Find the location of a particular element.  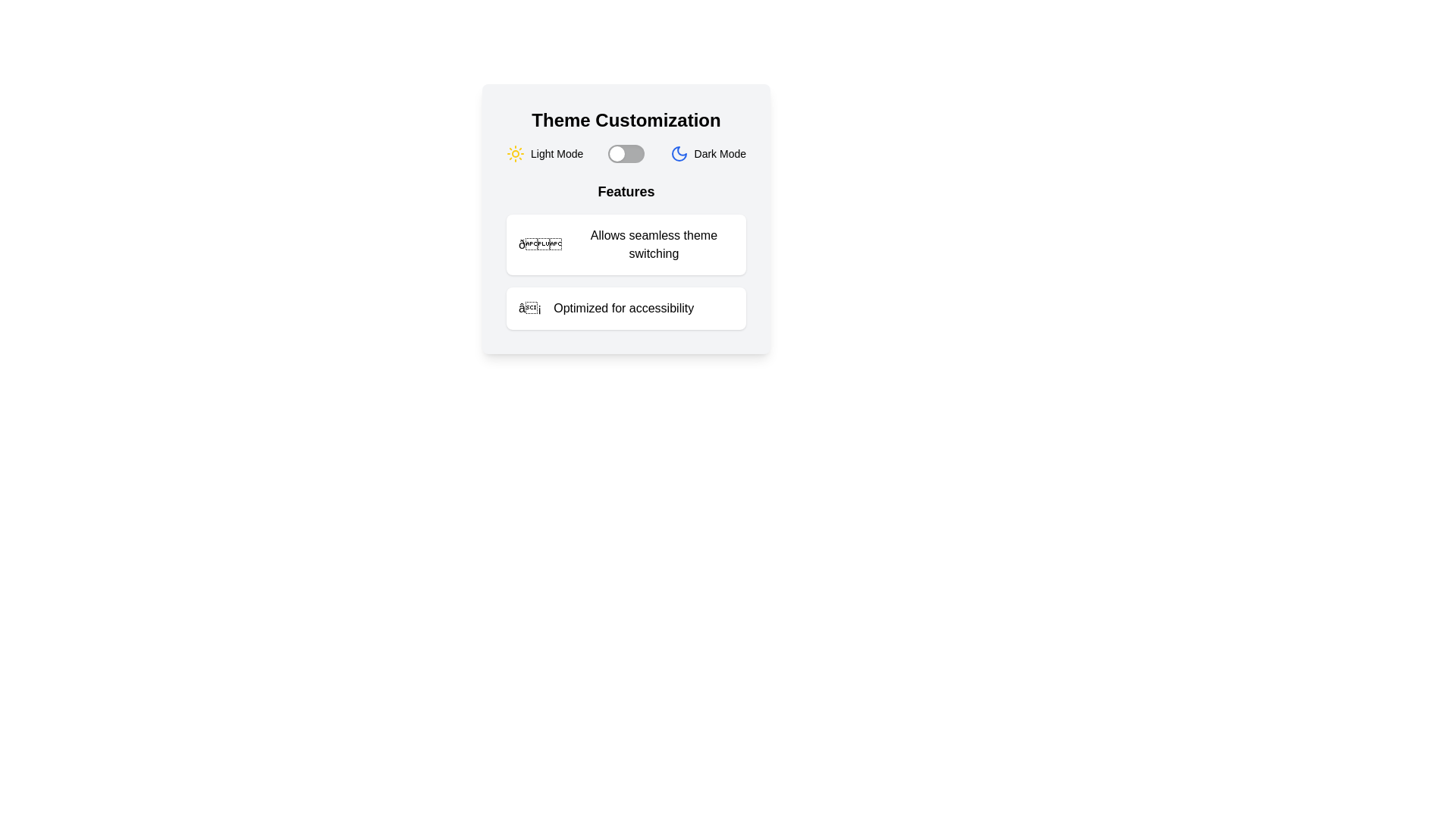

the Light Mode icon located in the upper-left corner of the 'Theme Customization' module is located at coordinates (516, 154).